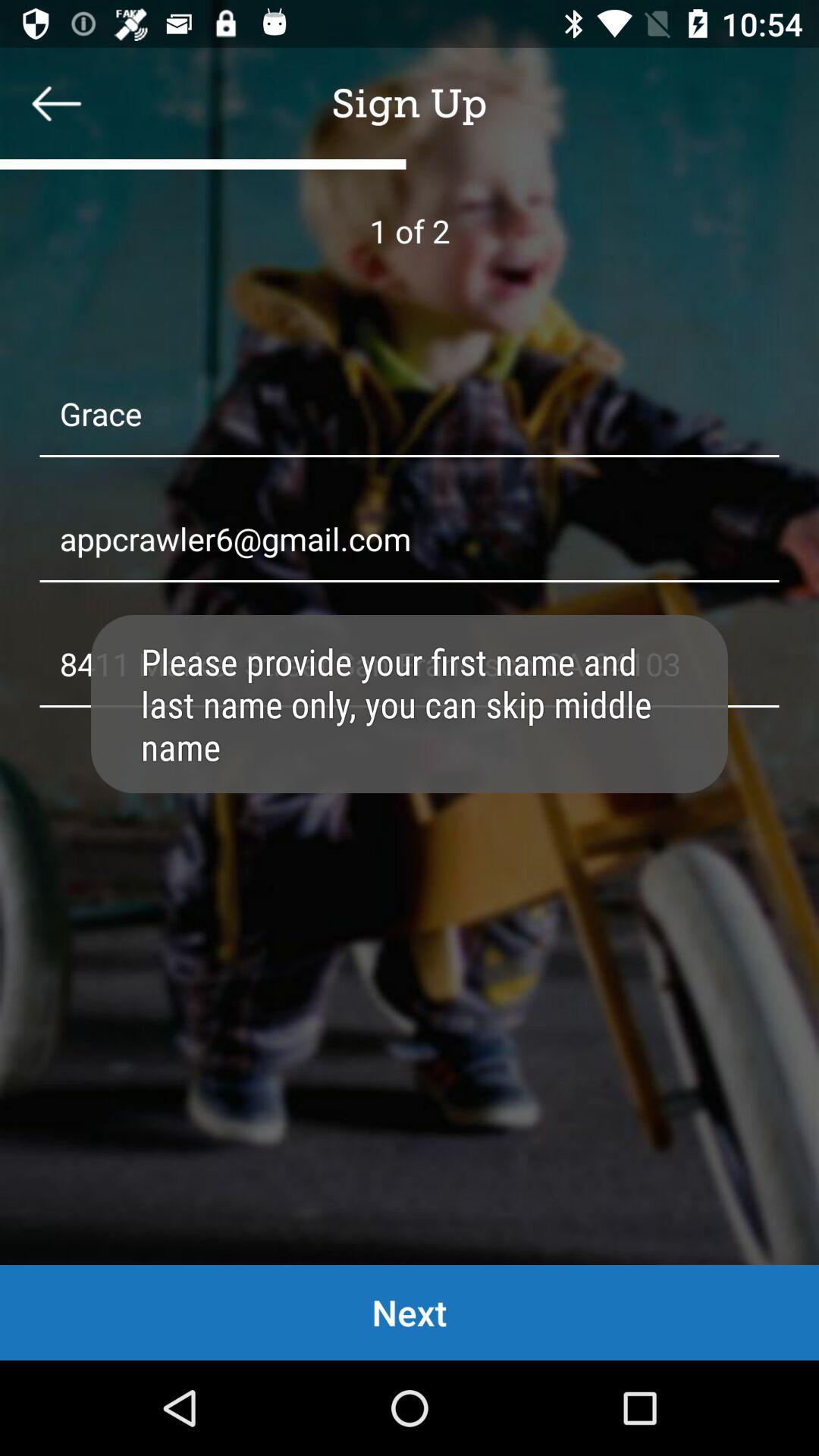 This screenshot has width=819, height=1456. What do you see at coordinates (55, 102) in the screenshot?
I see `backword option` at bounding box center [55, 102].